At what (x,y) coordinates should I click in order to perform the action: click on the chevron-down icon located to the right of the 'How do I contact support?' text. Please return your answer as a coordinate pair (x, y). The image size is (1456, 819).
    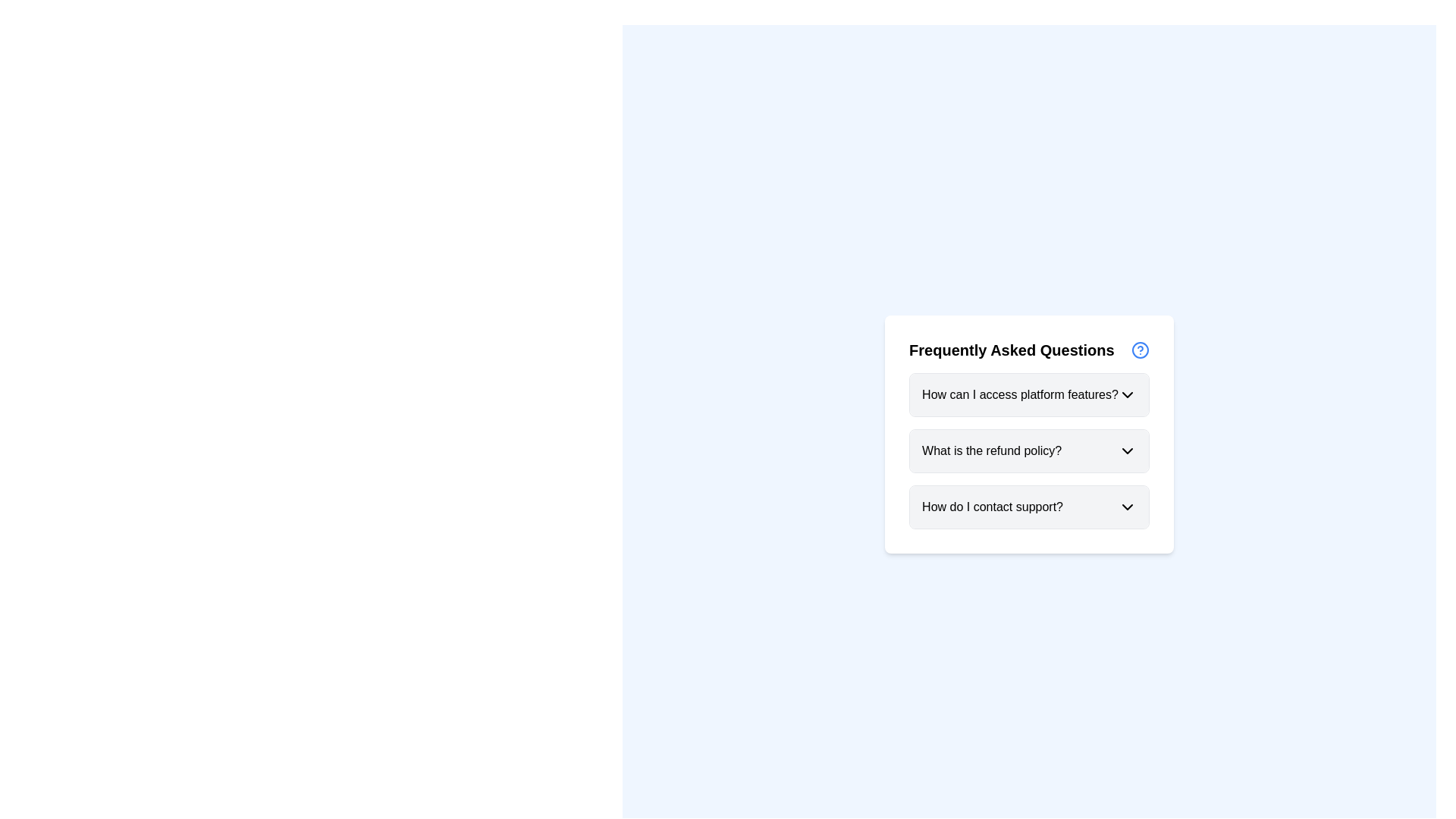
    Looking at the image, I should click on (1127, 507).